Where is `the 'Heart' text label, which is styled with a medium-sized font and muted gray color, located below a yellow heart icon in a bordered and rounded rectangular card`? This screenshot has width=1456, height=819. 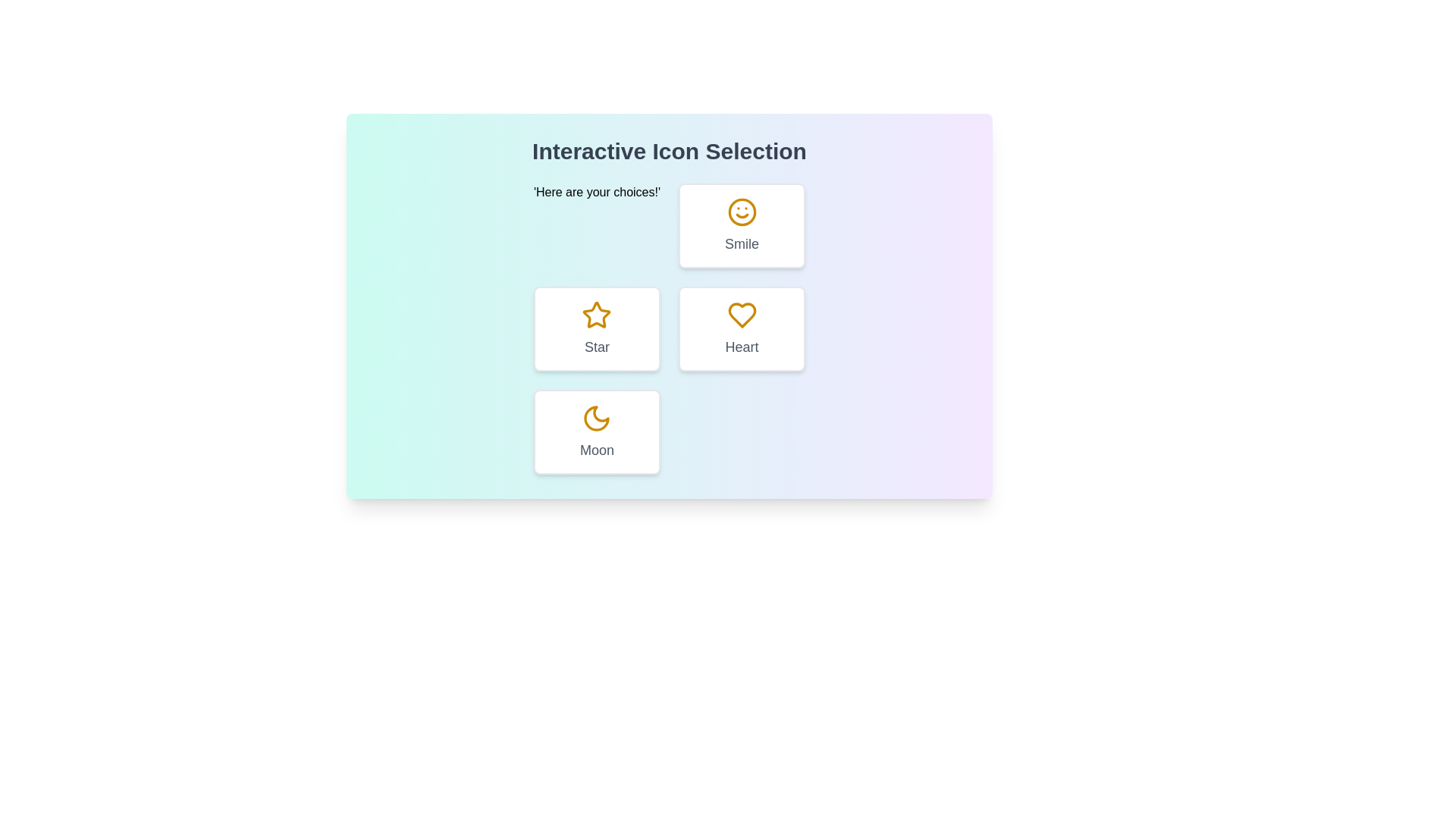
the 'Heart' text label, which is styled with a medium-sized font and muted gray color, located below a yellow heart icon in a bordered and rounded rectangular card is located at coordinates (742, 347).